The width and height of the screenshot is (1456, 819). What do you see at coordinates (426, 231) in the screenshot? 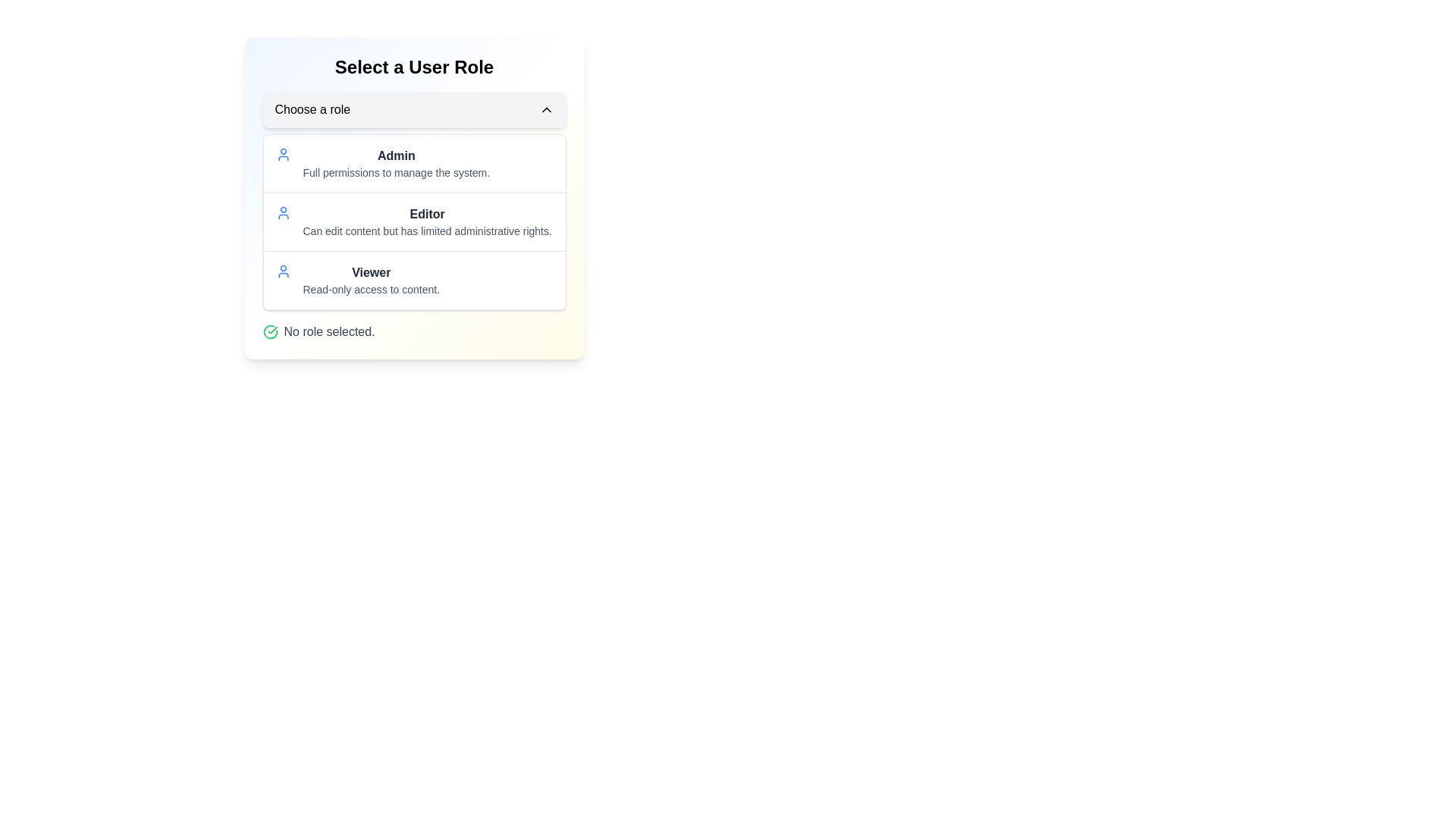
I see `the concise gray text indicating functionality or permissions located beneath the bolded 'Editor' label in the user role selection menu` at bounding box center [426, 231].